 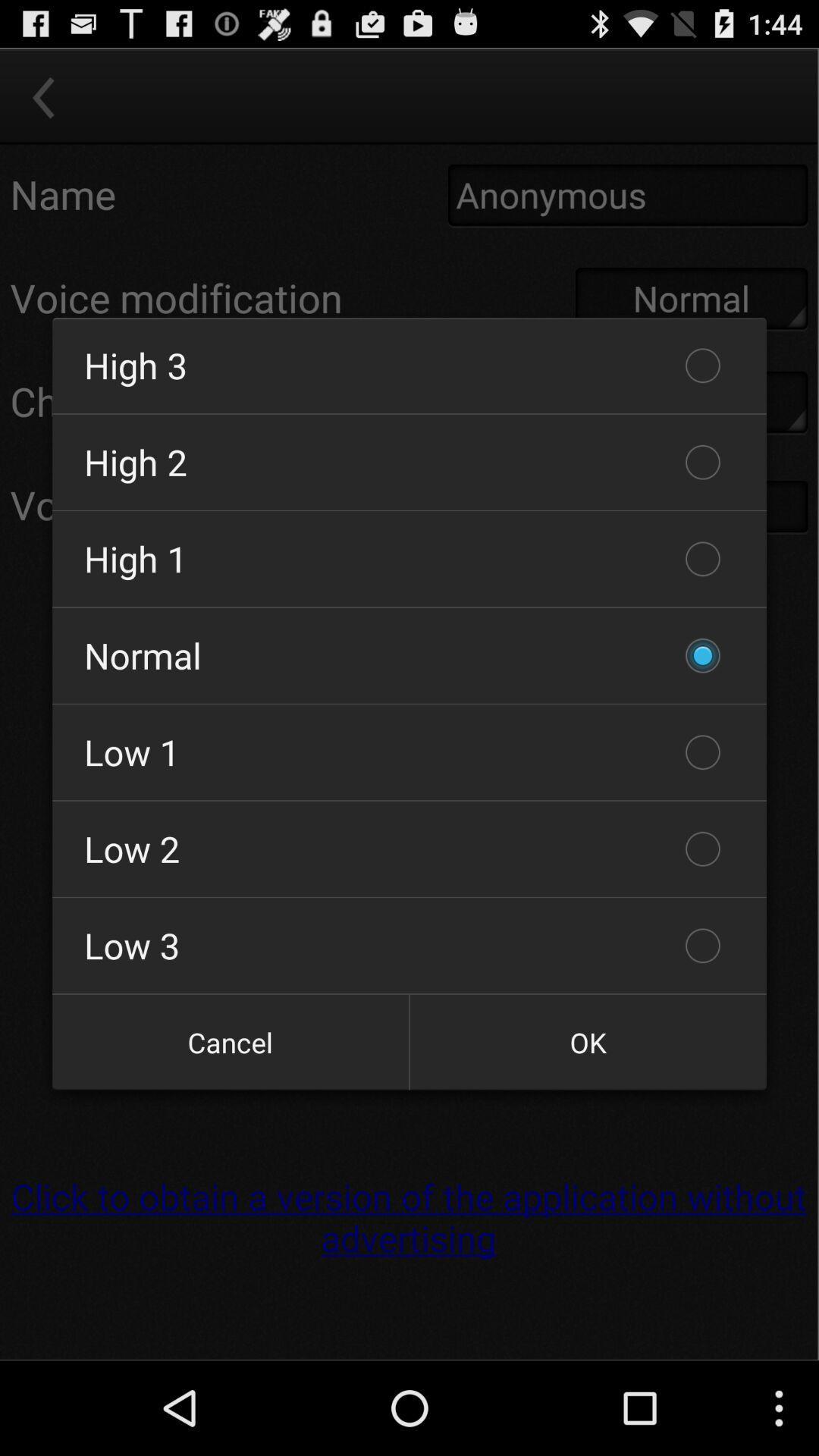 What do you see at coordinates (587, 1041) in the screenshot?
I see `the ok item` at bounding box center [587, 1041].